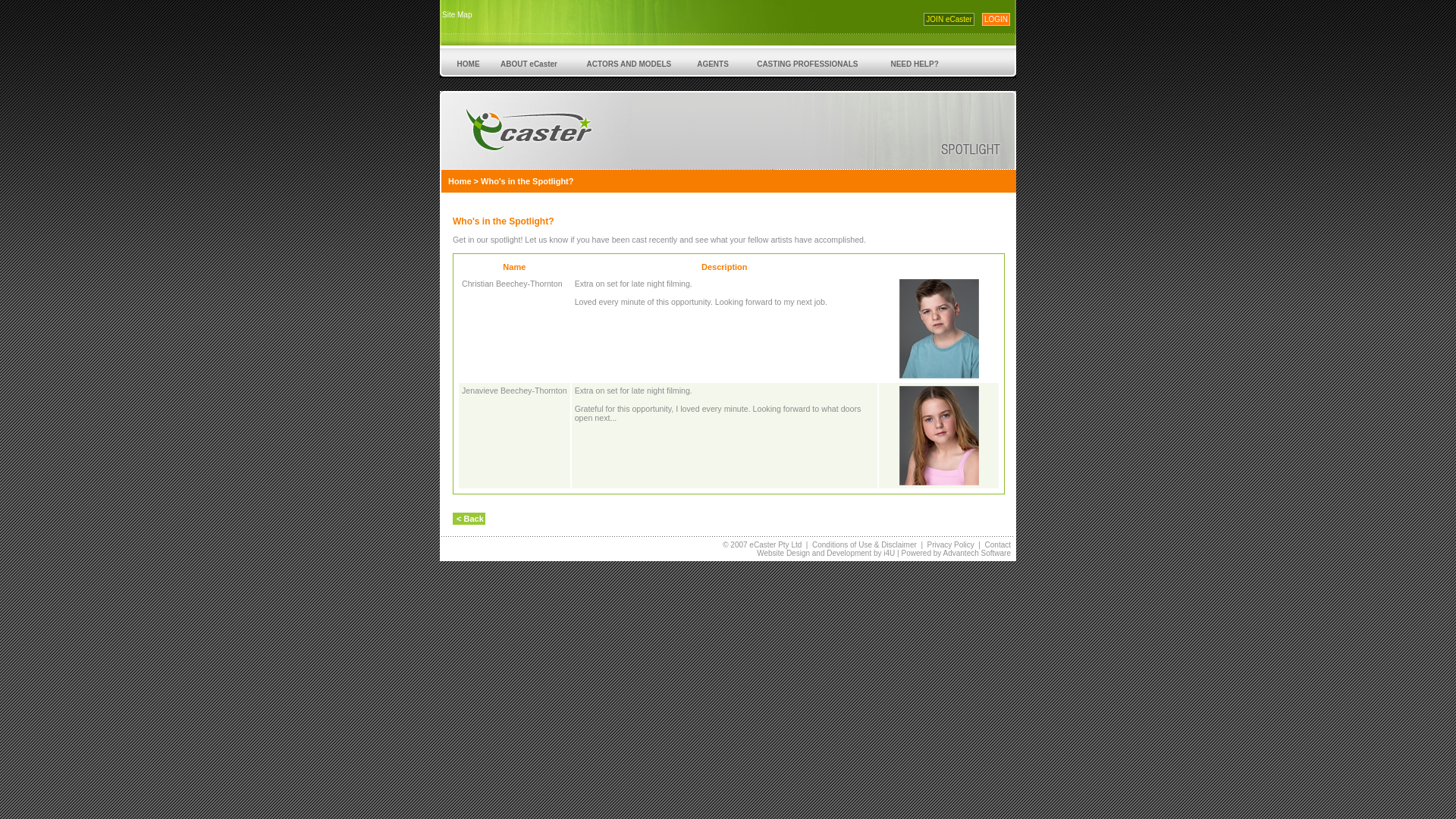  I want to click on ' CASTING PROFESSIONALS ', so click(806, 62).